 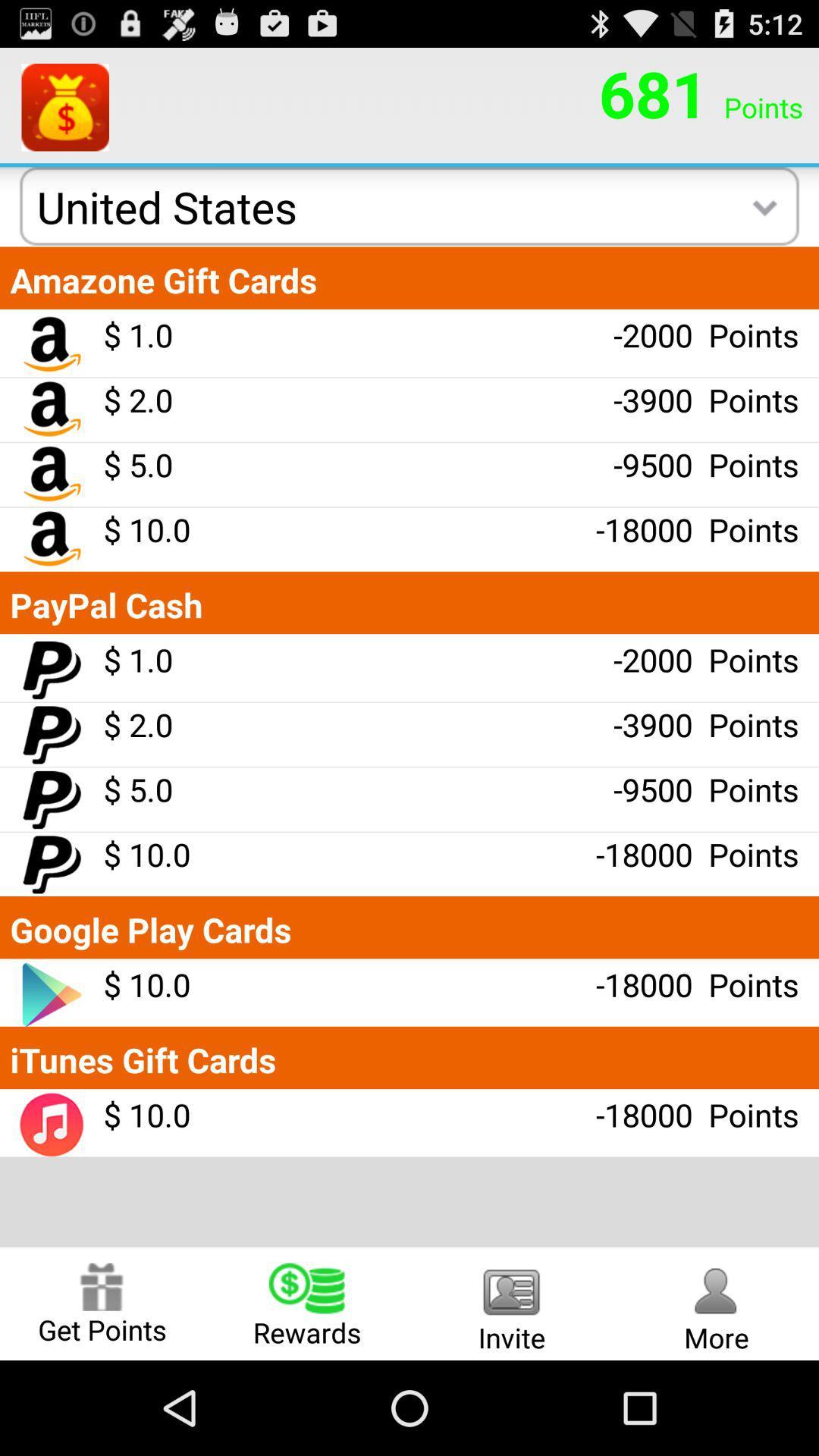 What do you see at coordinates (307, 1303) in the screenshot?
I see `radio button to the right of the get points icon` at bounding box center [307, 1303].